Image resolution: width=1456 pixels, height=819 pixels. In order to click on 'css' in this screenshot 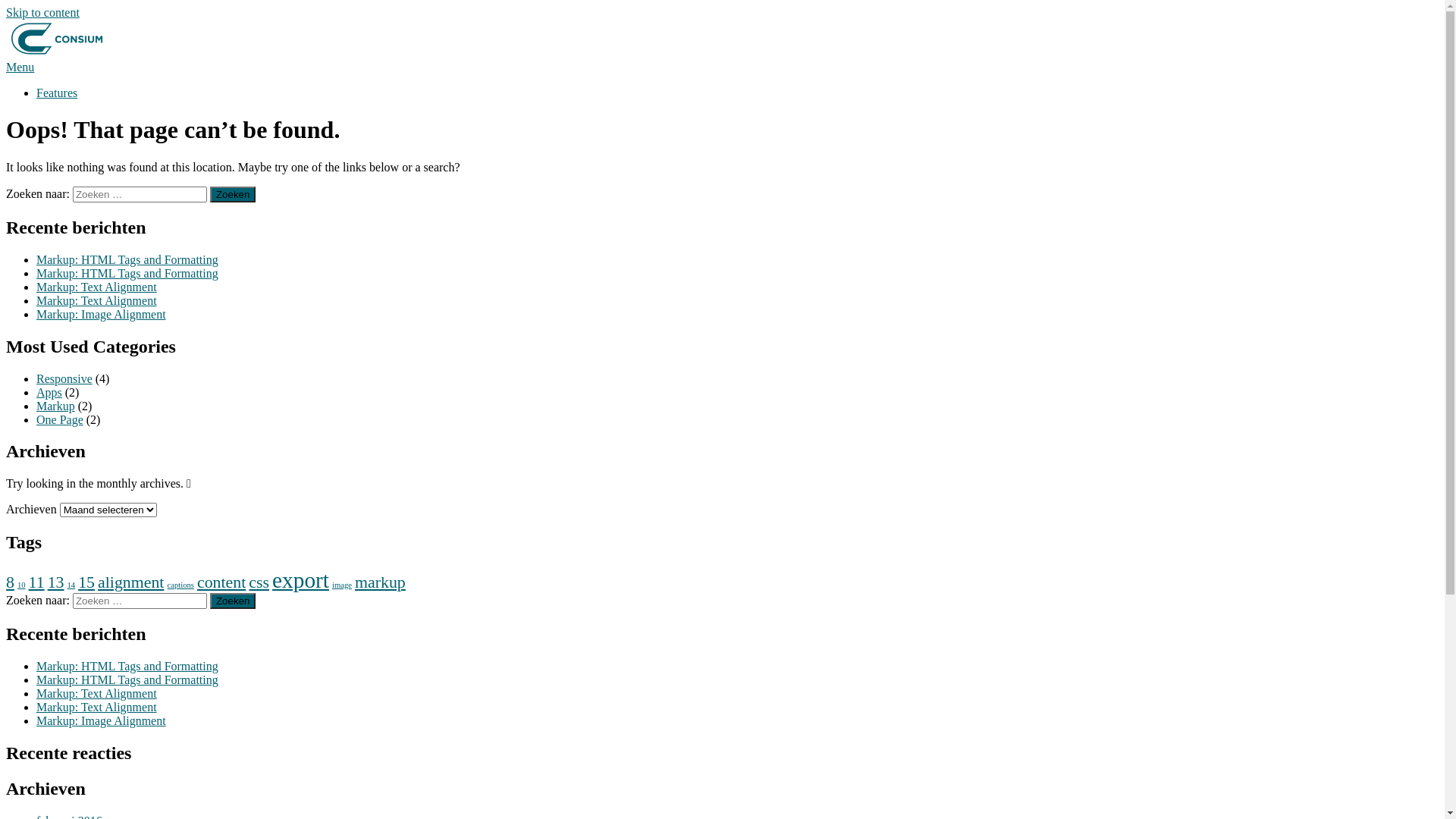, I will do `click(248, 581)`.